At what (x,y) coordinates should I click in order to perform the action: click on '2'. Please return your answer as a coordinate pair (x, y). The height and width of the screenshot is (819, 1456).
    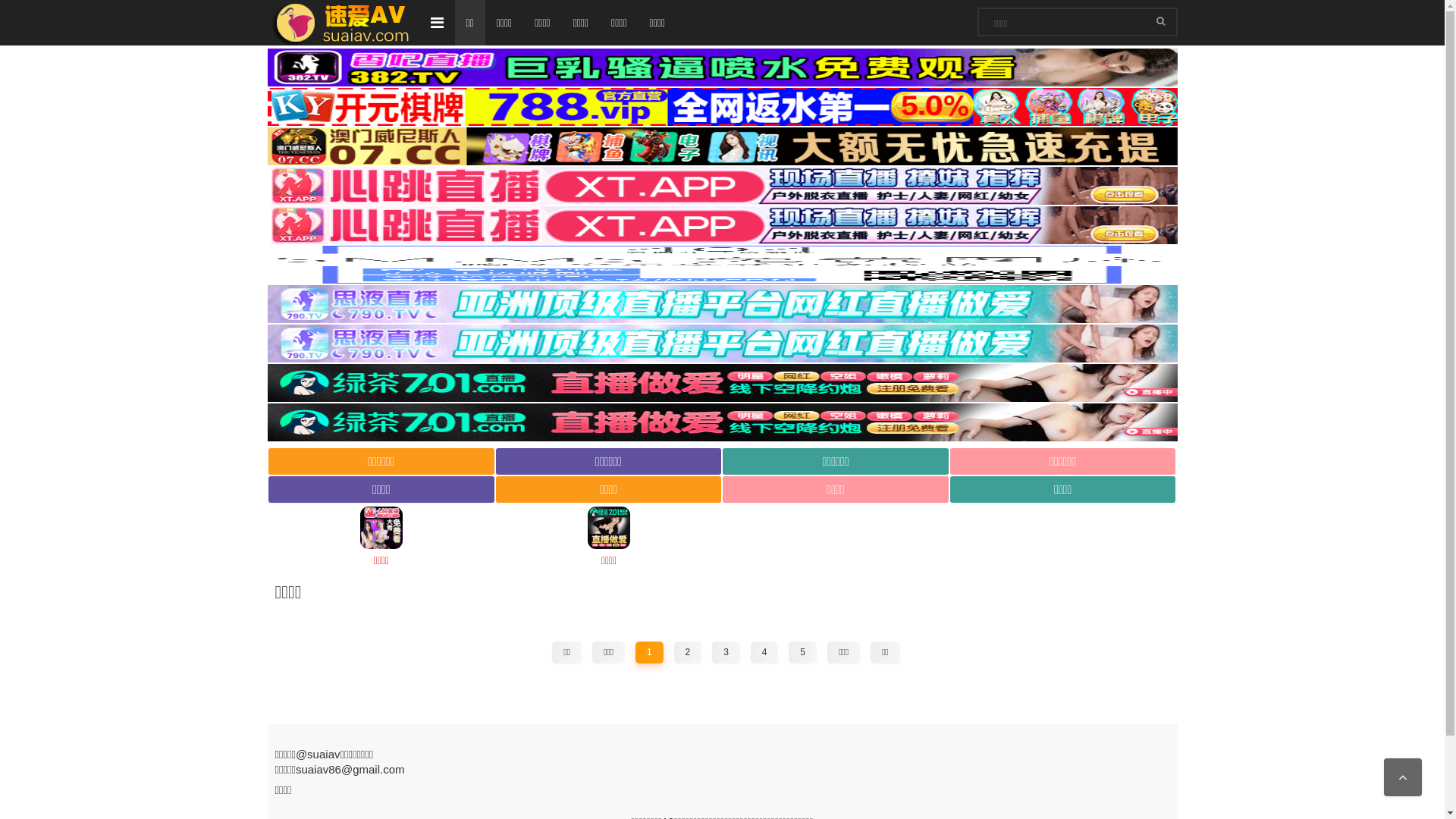
    Looking at the image, I should click on (687, 651).